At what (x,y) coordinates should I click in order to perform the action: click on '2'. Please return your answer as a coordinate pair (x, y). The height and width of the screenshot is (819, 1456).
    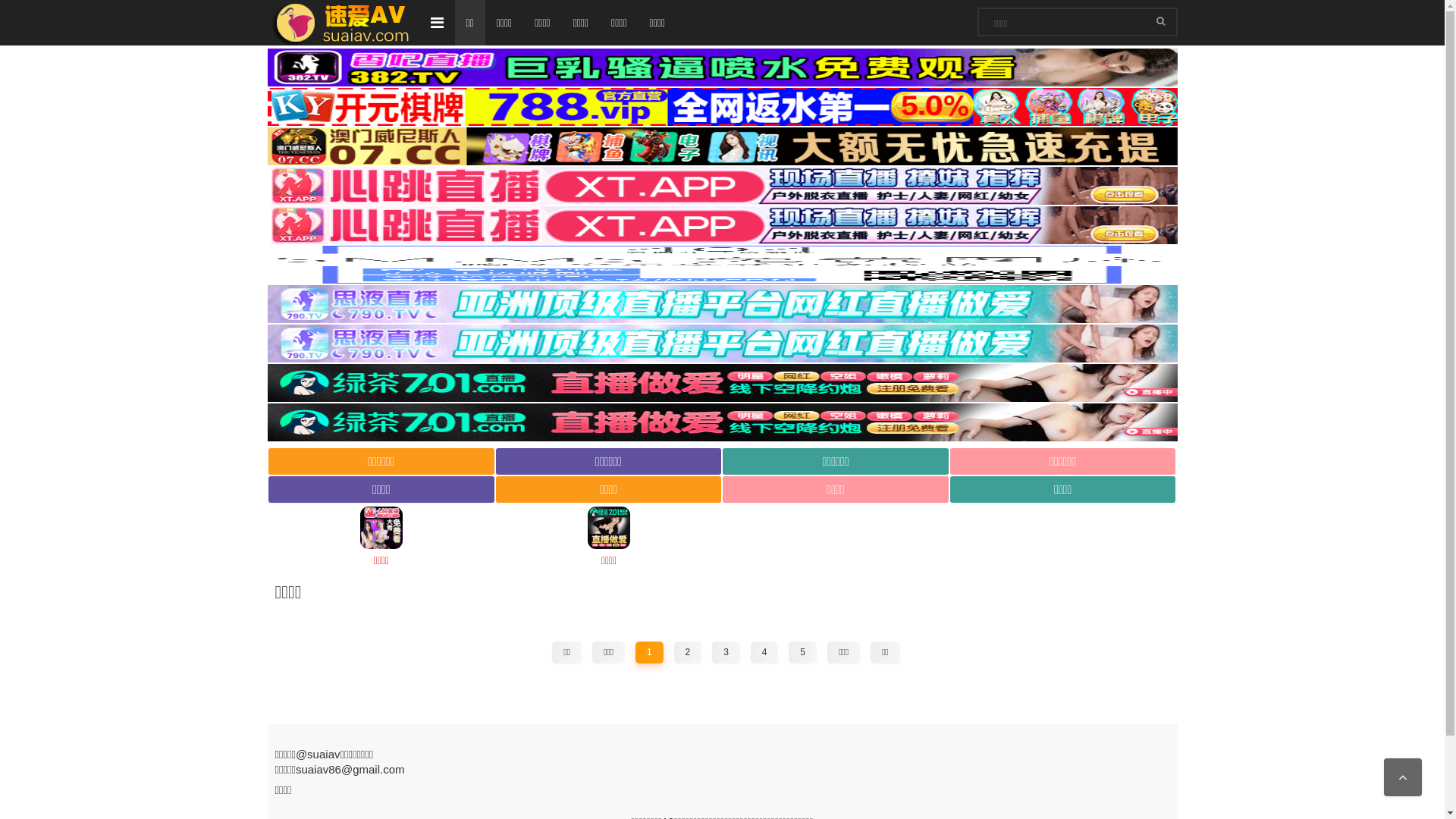
    Looking at the image, I should click on (687, 651).